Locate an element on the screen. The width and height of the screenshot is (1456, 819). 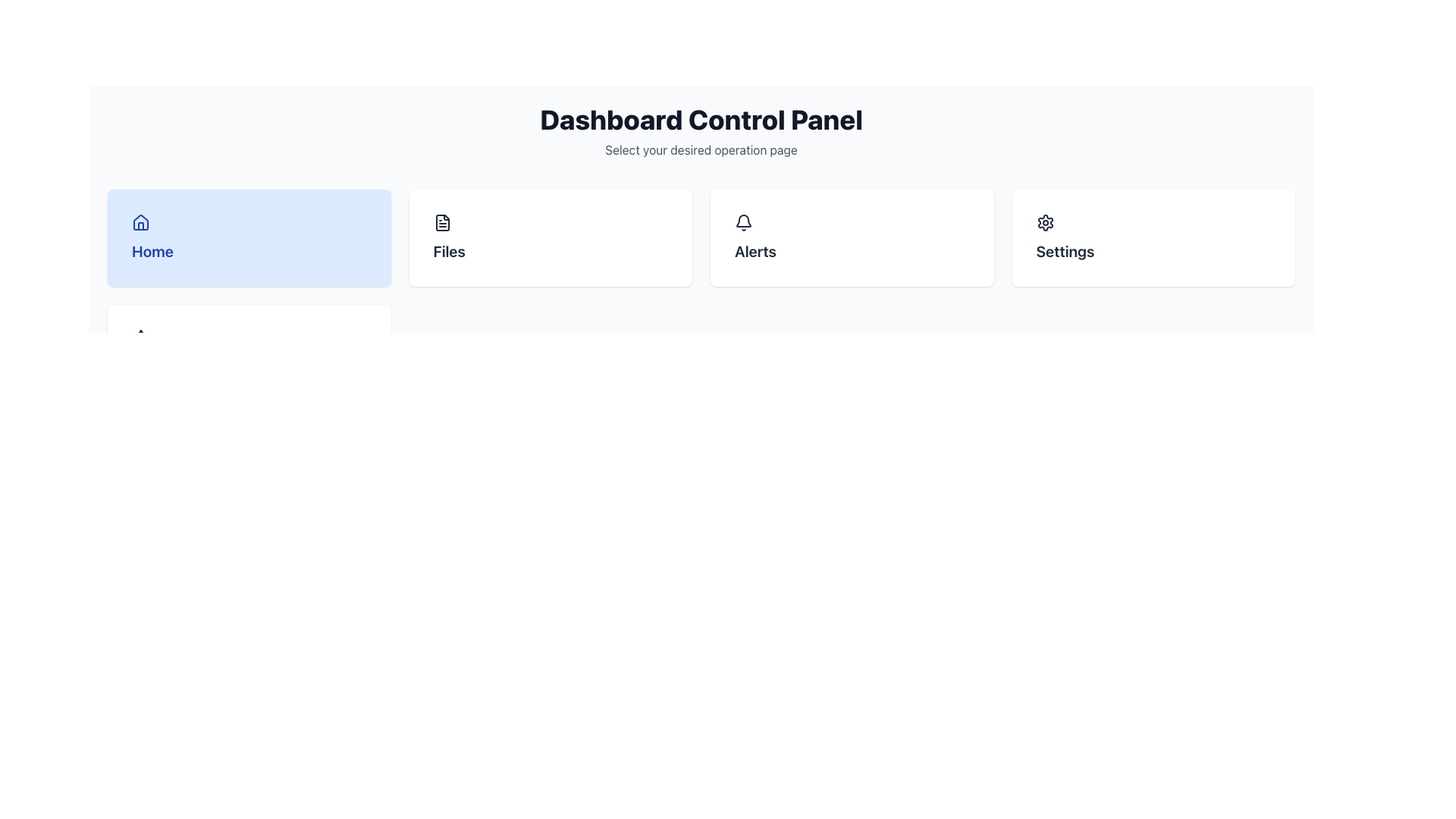
the gear-shaped icon in the 'Settings' section of the dashboard control panel, positioned on the far right above the word 'Settings' is located at coordinates (1044, 222).